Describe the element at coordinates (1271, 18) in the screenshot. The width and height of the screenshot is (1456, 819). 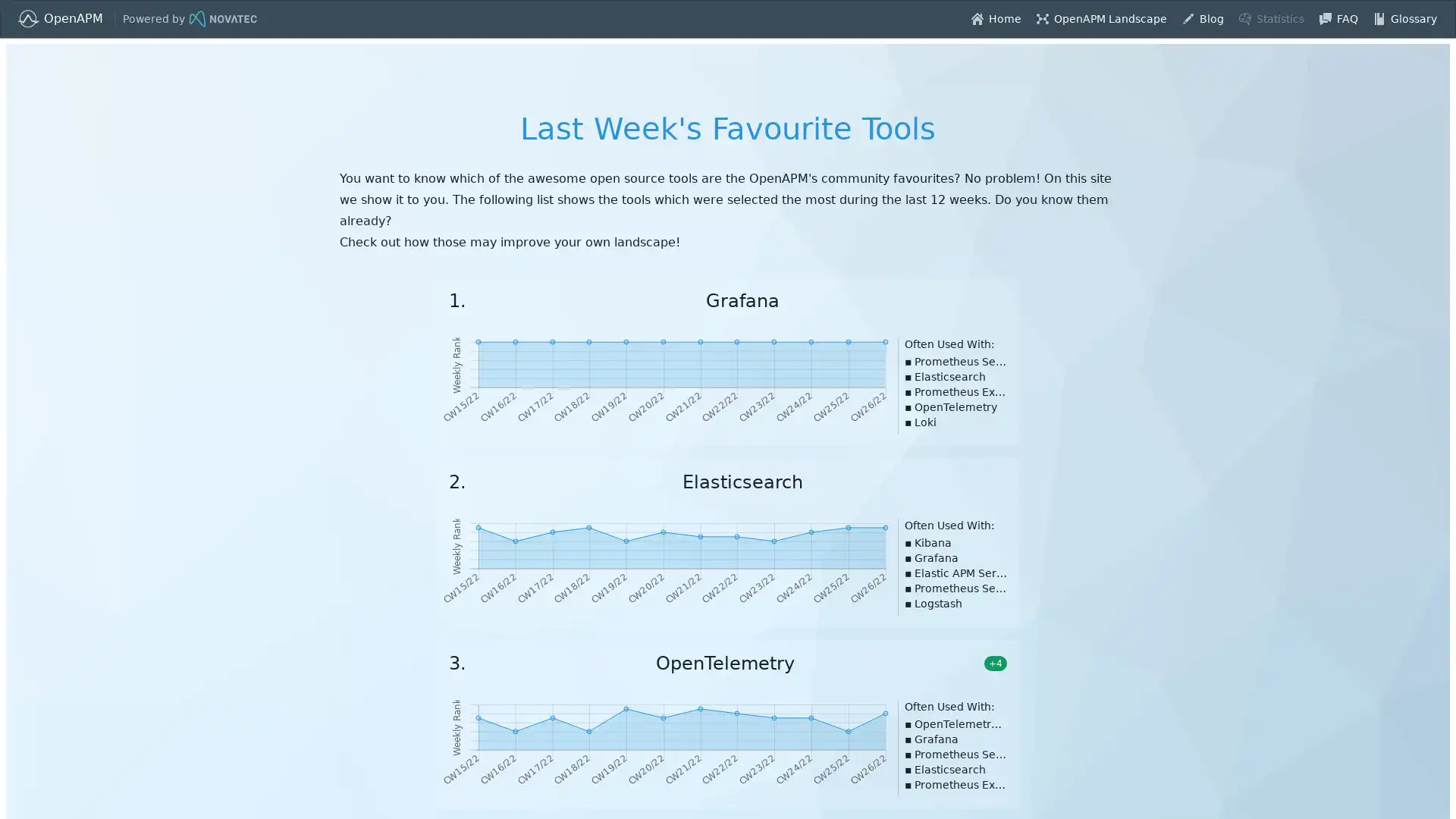
I see `predictive-analysis Statistics` at that location.